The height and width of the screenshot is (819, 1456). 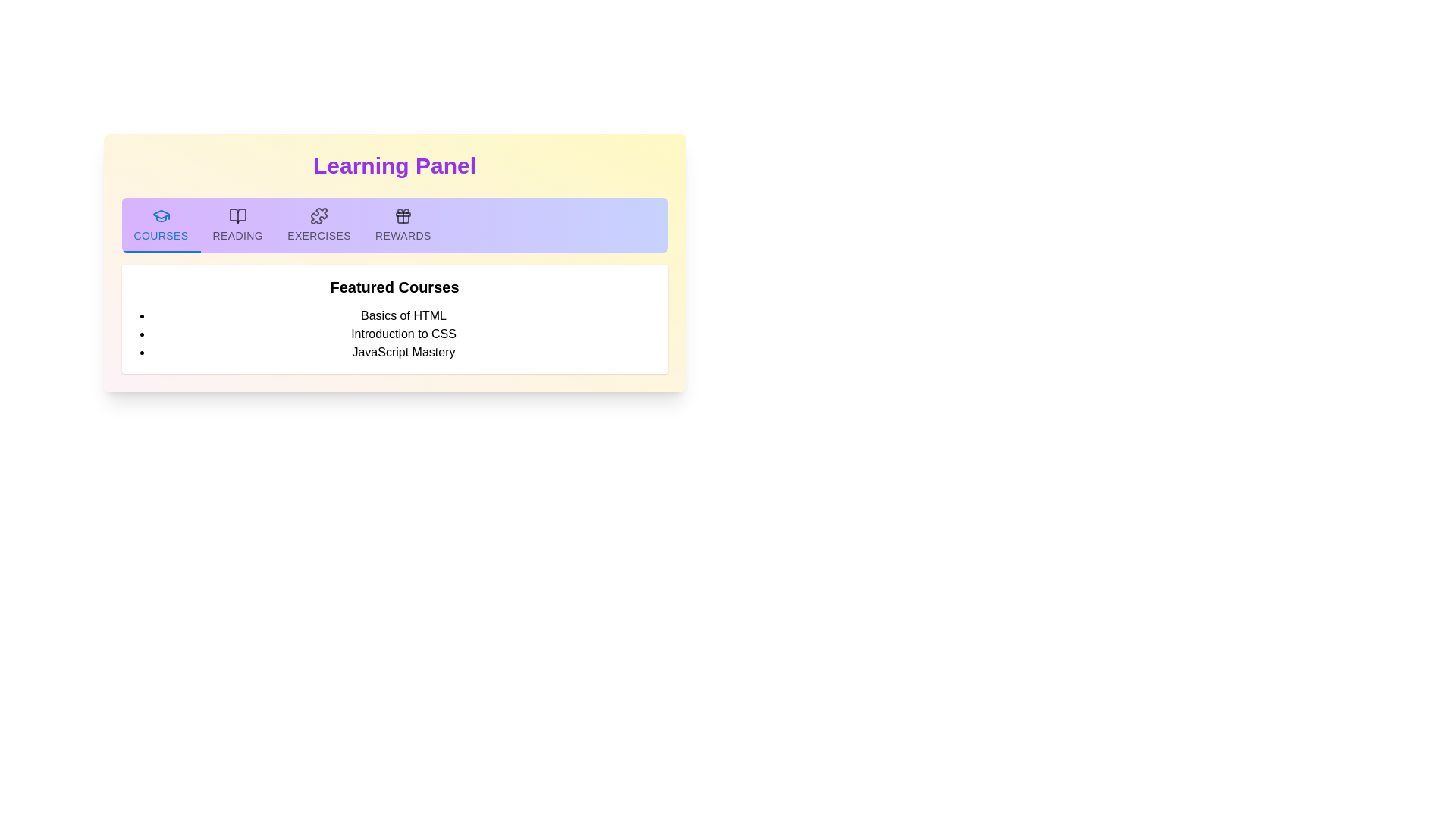 What do you see at coordinates (318, 225) in the screenshot?
I see `the 'Exercises' tab in the 'Learning Panel' navigation bar` at bounding box center [318, 225].